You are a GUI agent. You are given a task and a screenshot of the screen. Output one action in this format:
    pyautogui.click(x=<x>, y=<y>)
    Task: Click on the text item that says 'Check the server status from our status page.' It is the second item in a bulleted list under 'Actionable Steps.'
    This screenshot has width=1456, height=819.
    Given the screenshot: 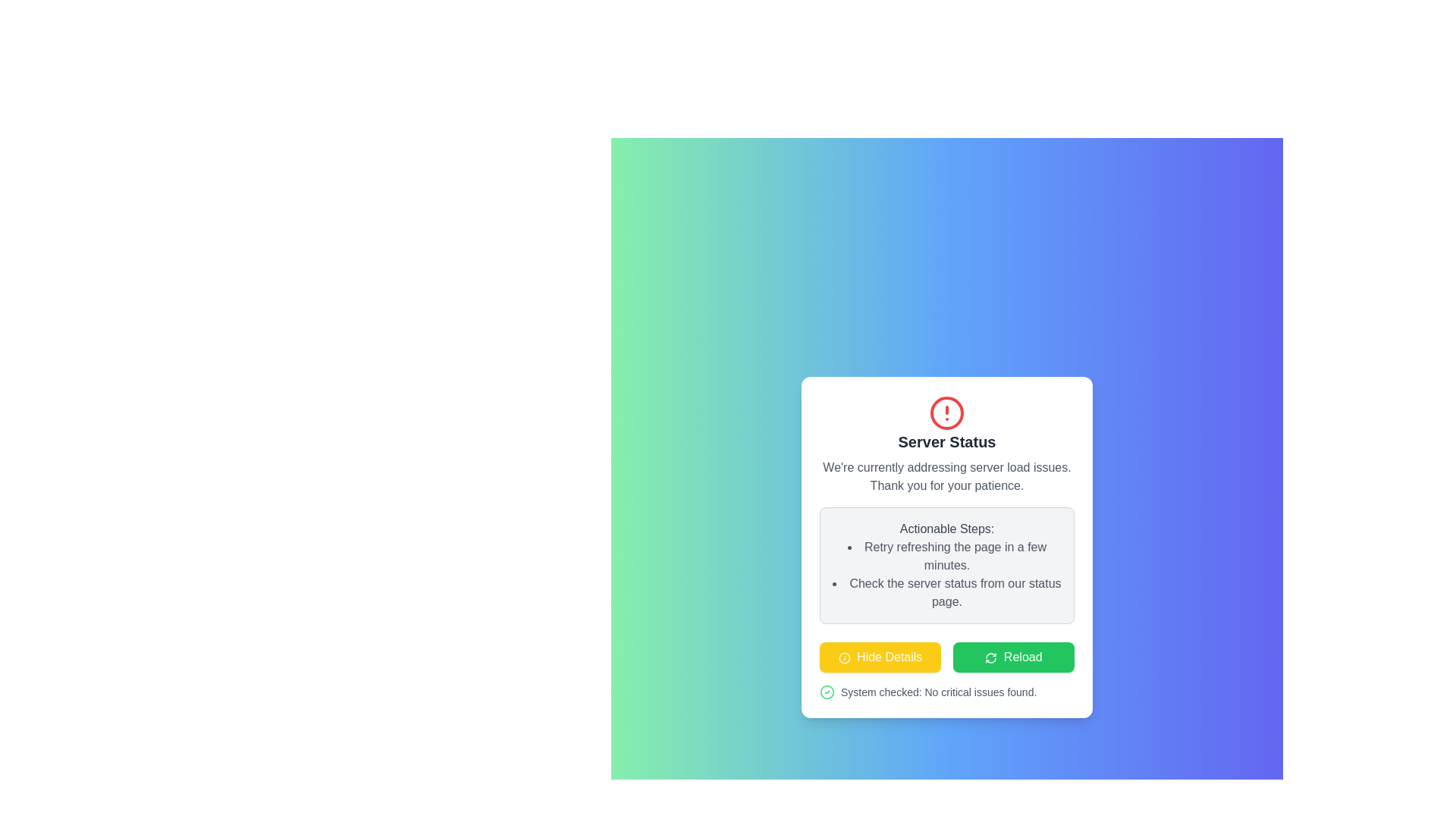 What is the action you would take?
    pyautogui.click(x=946, y=592)
    